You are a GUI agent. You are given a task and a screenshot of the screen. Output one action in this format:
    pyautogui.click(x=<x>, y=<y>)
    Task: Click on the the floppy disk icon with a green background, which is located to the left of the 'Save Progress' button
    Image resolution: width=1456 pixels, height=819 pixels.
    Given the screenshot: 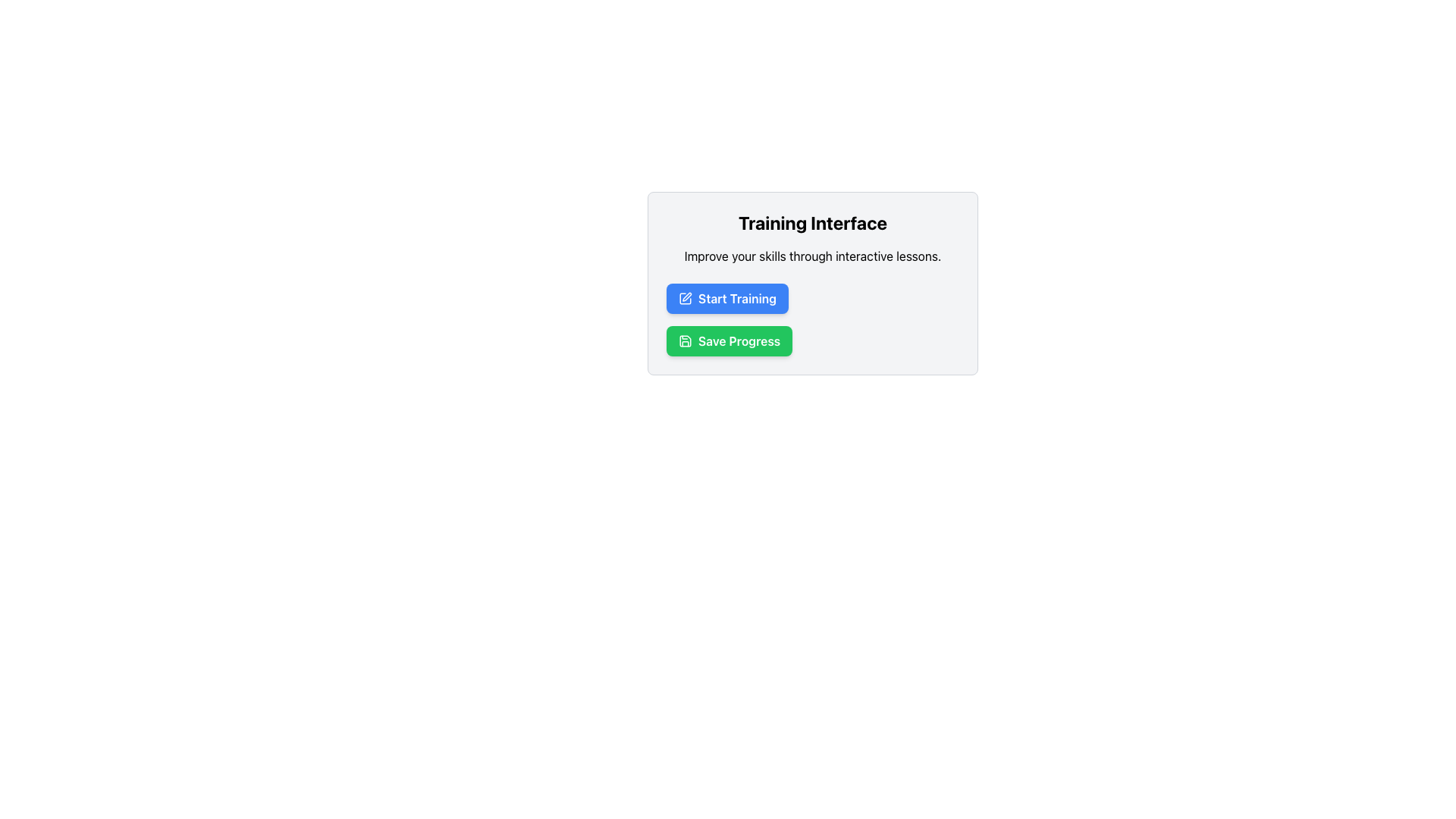 What is the action you would take?
    pyautogui.click(x=684, y=341)
    